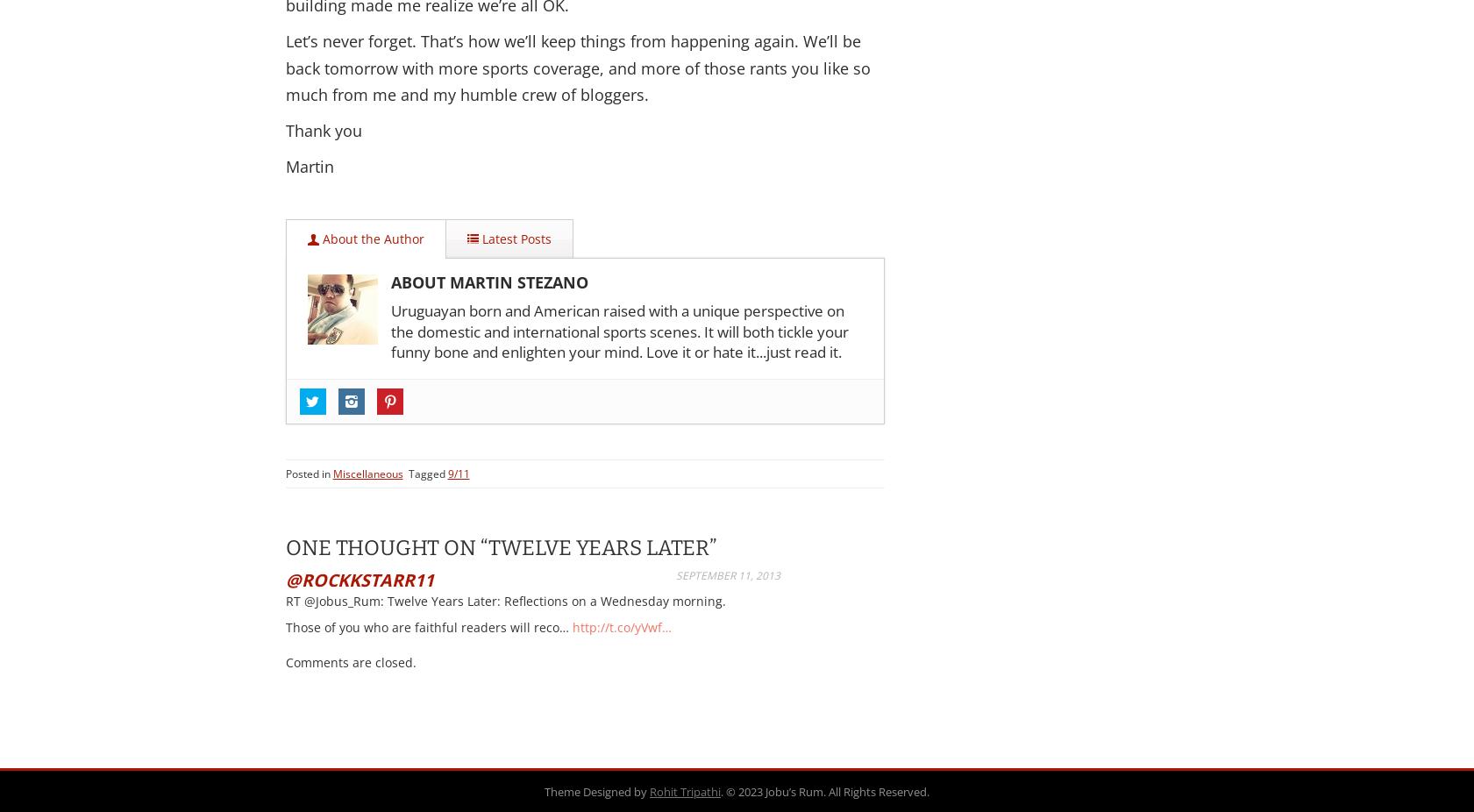 The height and width of the screenshot is (812, 1474). Describe the element at coordinates (576, 67) in the screenshot. I see `'Let’s never forget. That’s how we’ll keep things from happening again. We’ll be back tomorrow with more sports coverage, and more of those rants you like so much from me and my humble crew of bloggers.'` at that location.